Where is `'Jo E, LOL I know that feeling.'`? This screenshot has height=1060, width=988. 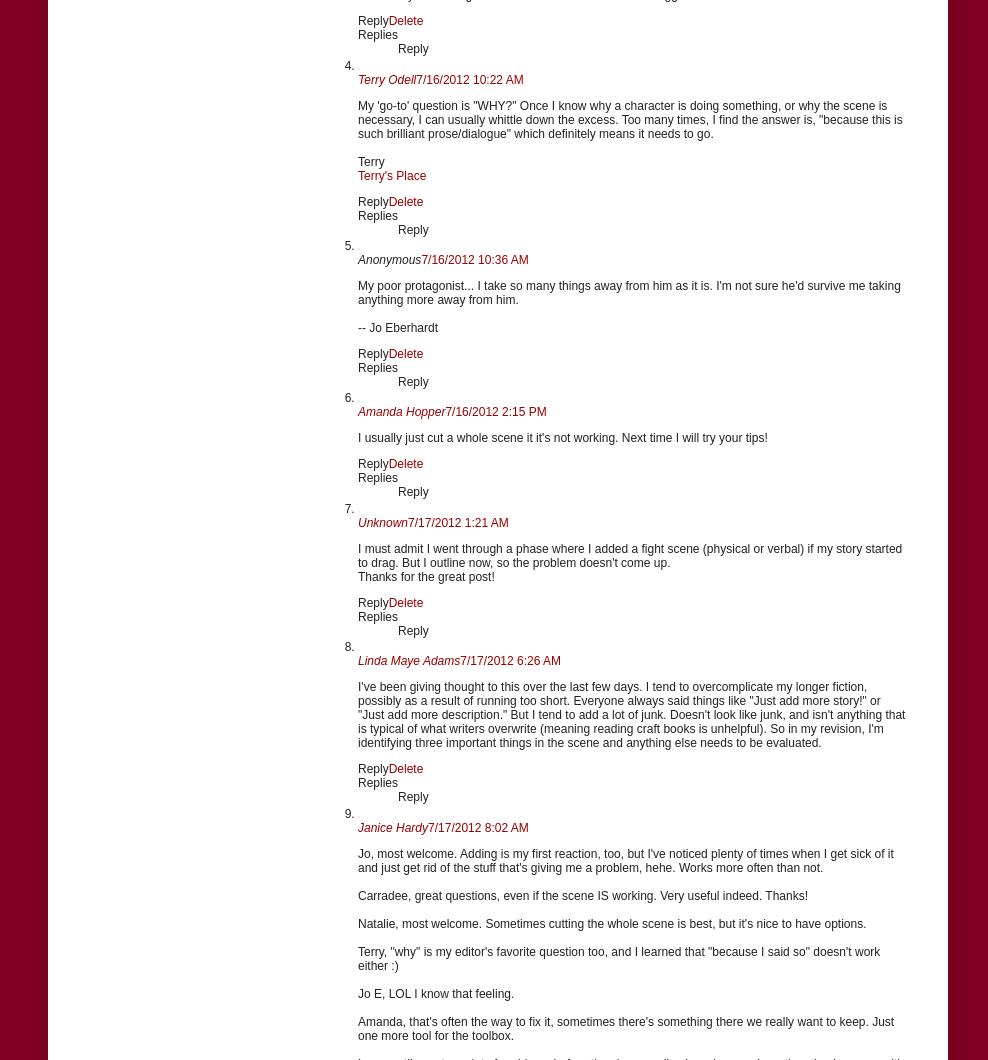 'Jo E, LOL I know that feeling.' is located at coordinates (436, 992).